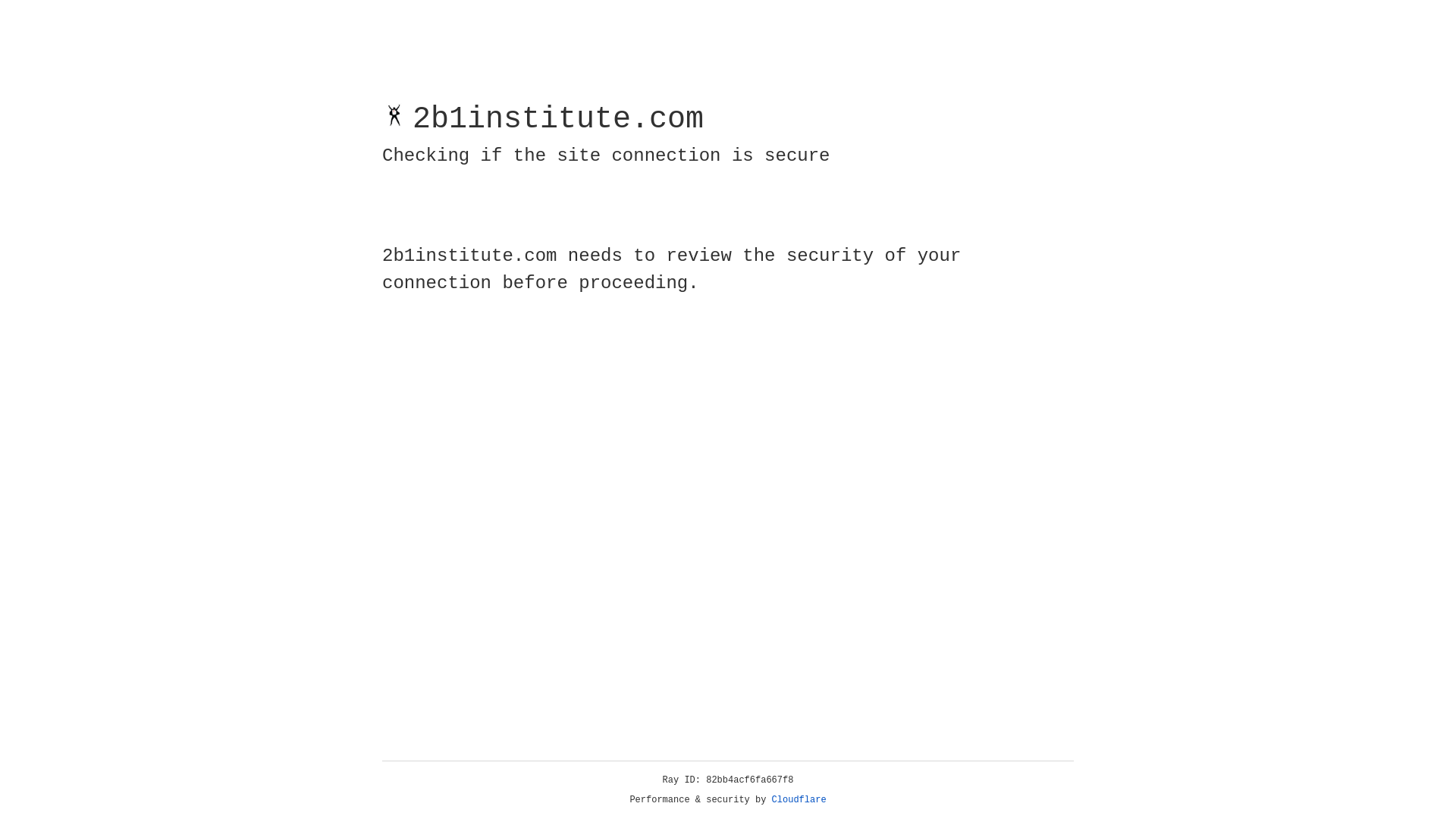  What do you see at coordinates (771, 799) in the screenshot?
I see `'Cloudflare'` at bounding box center [771, 799].